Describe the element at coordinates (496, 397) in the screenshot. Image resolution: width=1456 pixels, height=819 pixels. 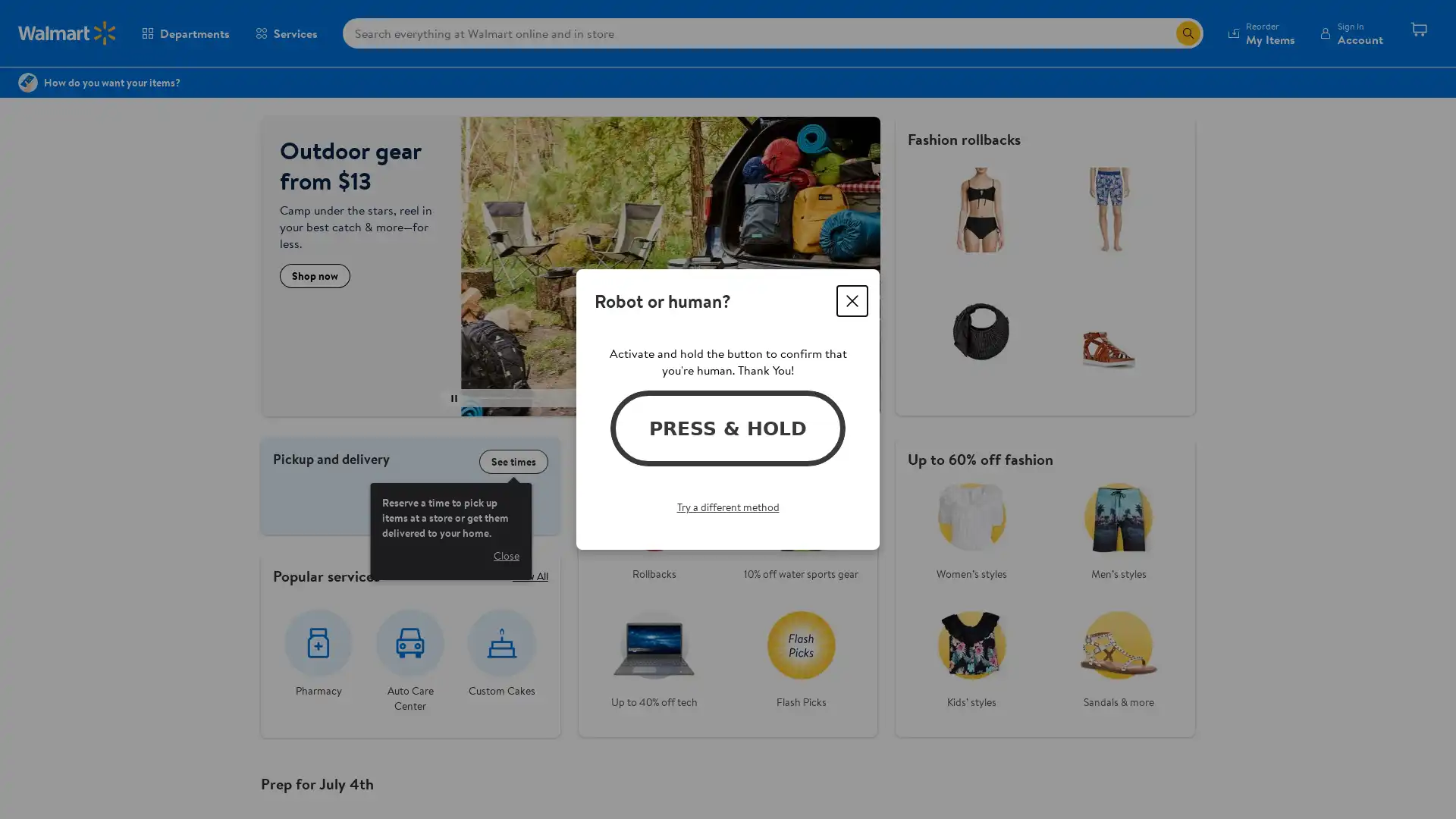
I see `Previous carousel slide` at that location.